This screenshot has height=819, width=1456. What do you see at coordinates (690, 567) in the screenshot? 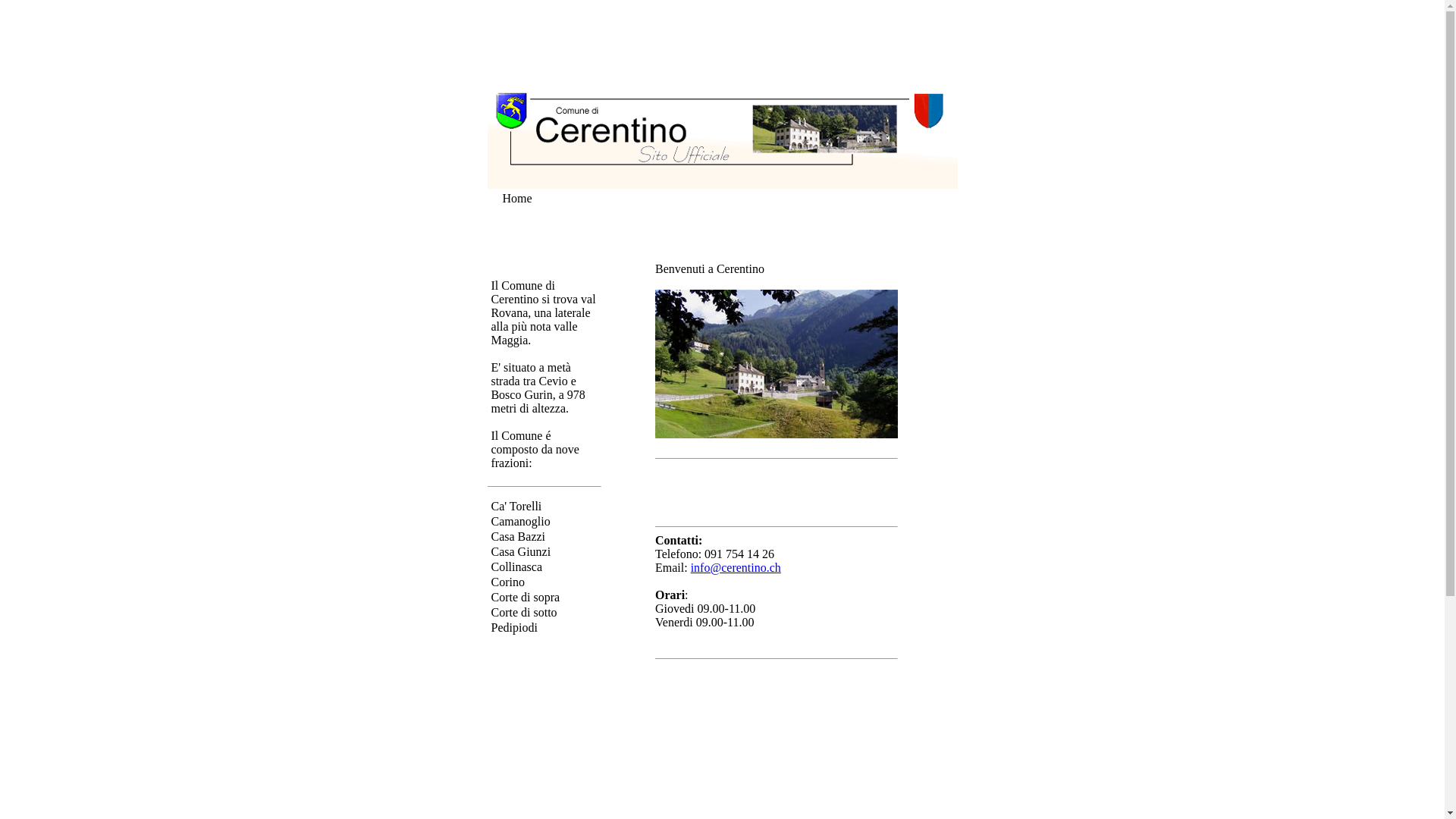
I see `'info@cerentino.ch'` at bounding box center [690, 567].